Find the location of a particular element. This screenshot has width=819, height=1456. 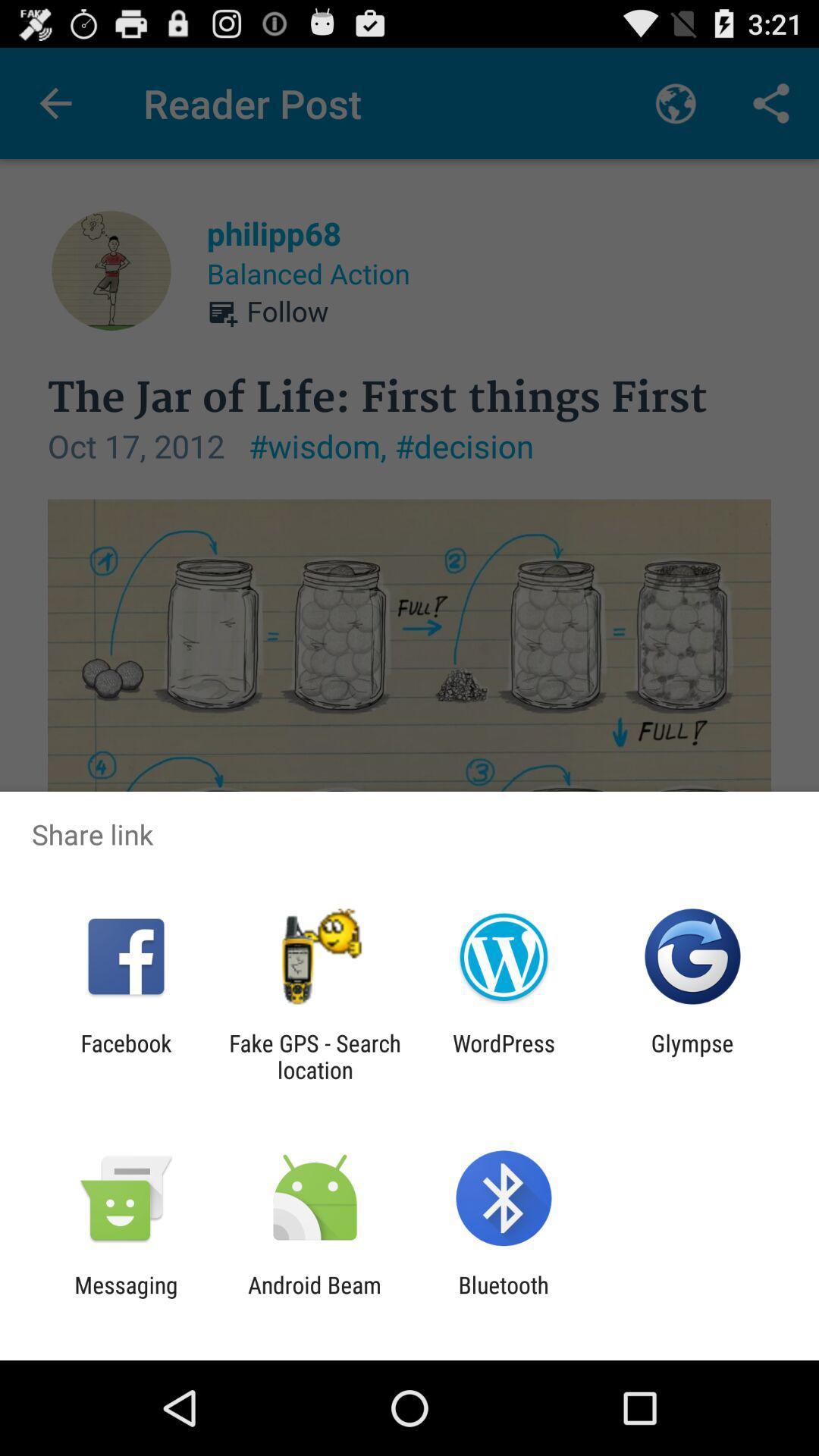

the app to the left of wordpress item is located at coordinates (314, 1056).